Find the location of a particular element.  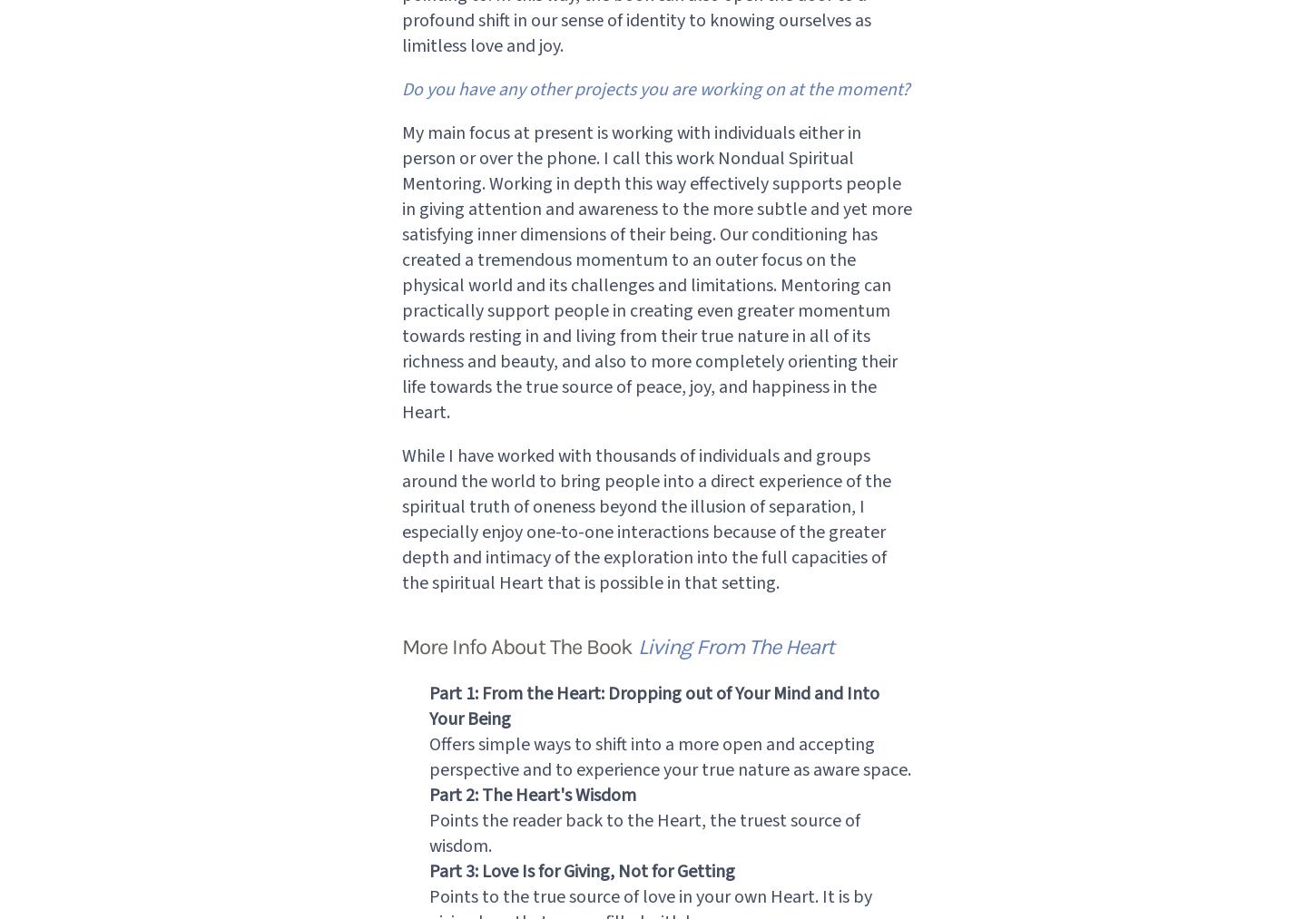

'The Heart's Wisdom' is located at coordinates (480, 794).